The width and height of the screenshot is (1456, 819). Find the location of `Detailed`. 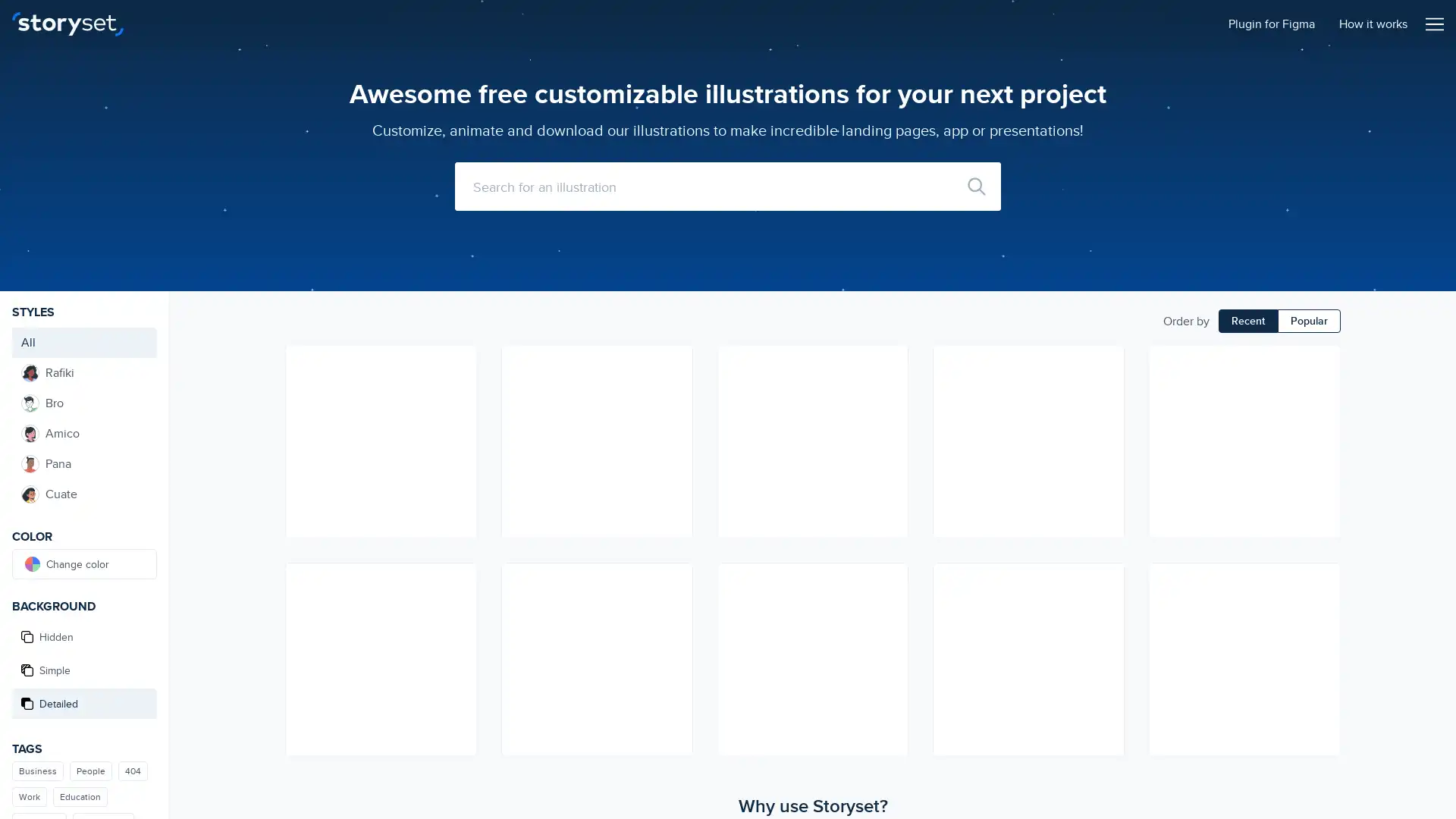

Detailed is located at coordinates (83, 704).